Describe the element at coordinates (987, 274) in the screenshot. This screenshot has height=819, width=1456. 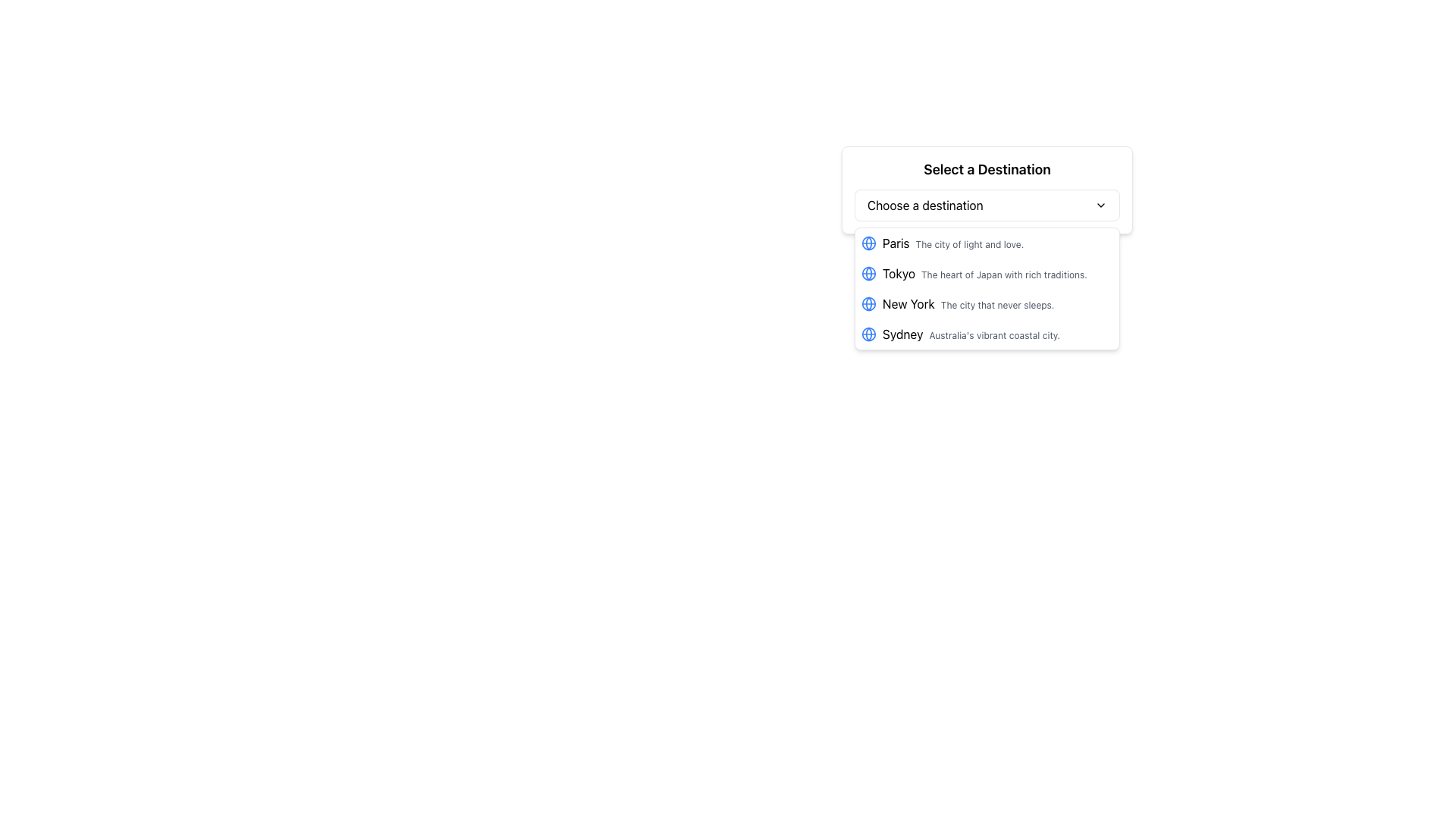
I see `the text item in the list that displays 'Tokyo'` at that location.